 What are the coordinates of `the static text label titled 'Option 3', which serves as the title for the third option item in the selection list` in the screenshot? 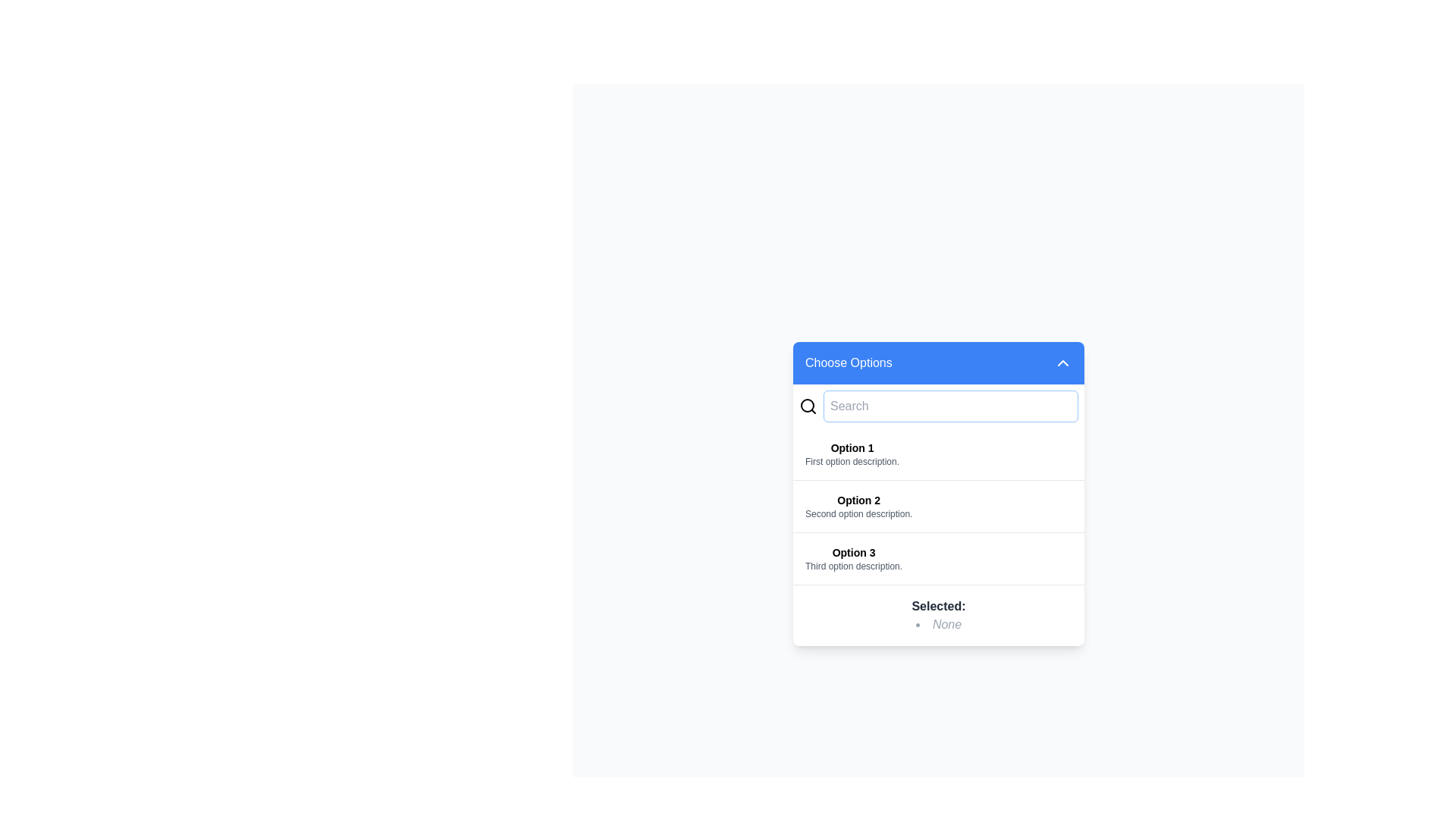 It's located at (854, 552).